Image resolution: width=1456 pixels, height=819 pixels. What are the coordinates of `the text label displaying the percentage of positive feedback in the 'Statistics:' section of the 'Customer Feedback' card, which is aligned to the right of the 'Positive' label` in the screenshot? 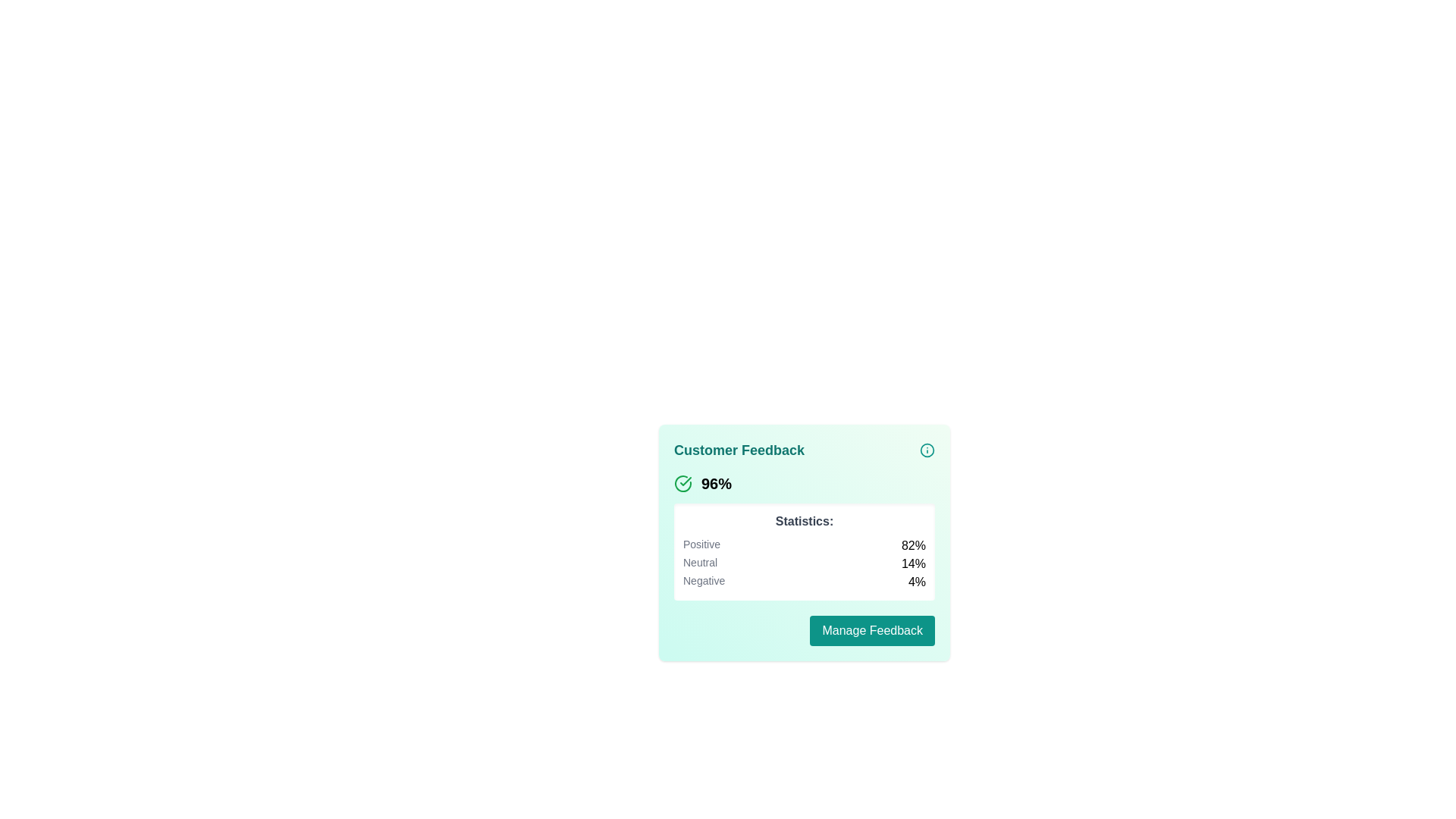 It's located at (912, 546).